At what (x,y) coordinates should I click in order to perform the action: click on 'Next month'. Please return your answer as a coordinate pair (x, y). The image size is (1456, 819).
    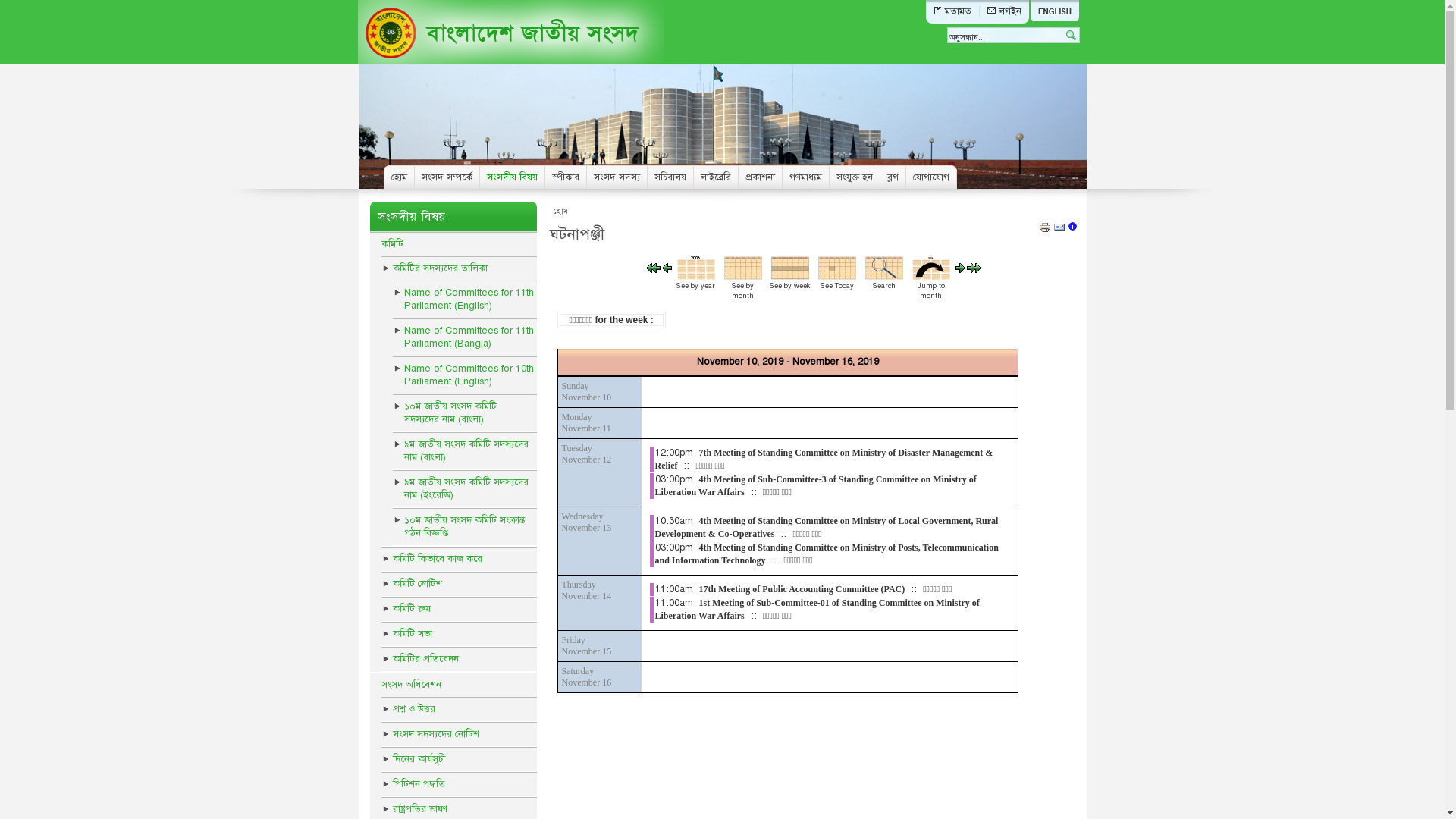
    Looking at the image, I should click on (966, 268).